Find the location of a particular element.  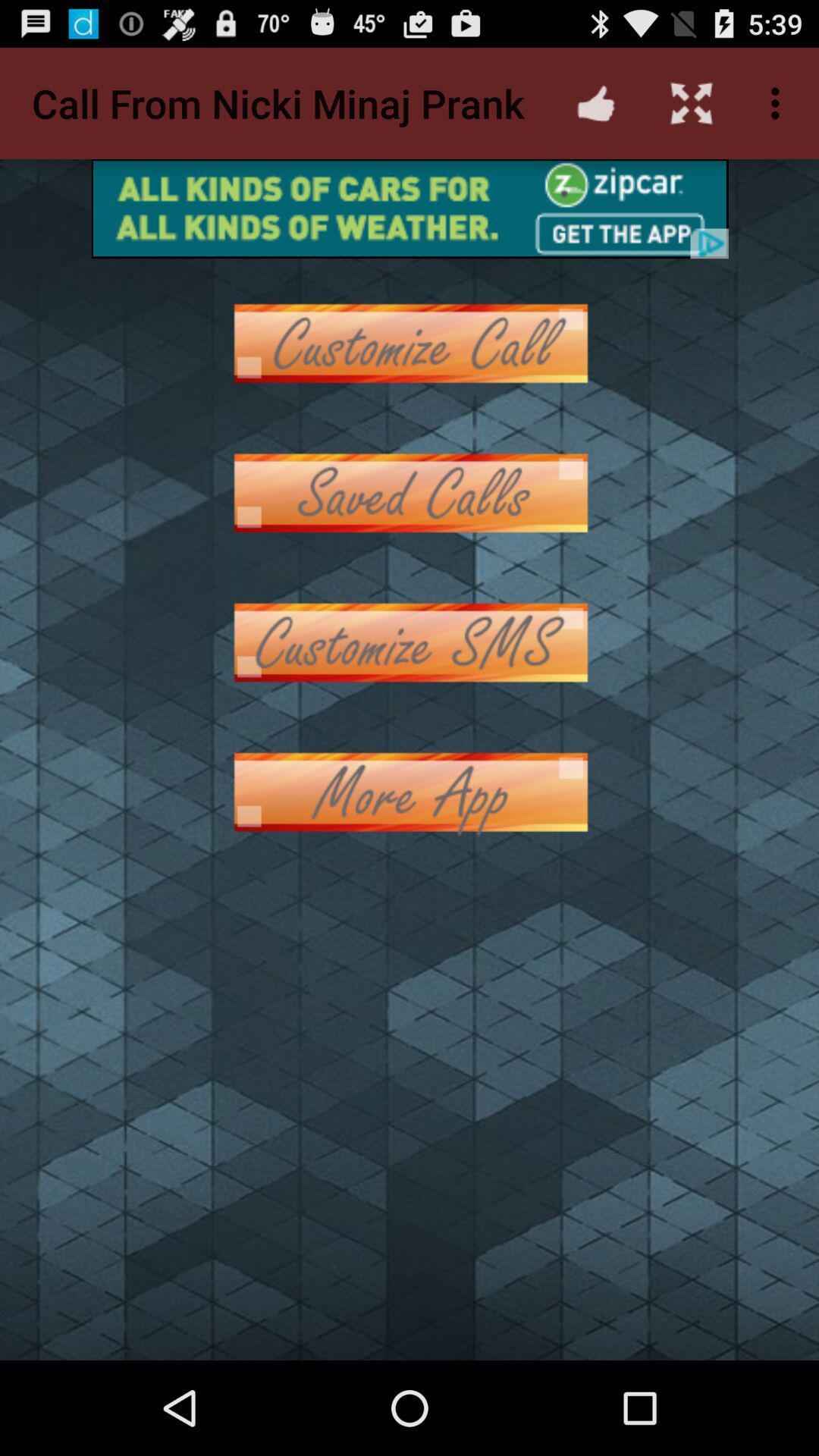

open saved calls is located at coordinates (409, 493).